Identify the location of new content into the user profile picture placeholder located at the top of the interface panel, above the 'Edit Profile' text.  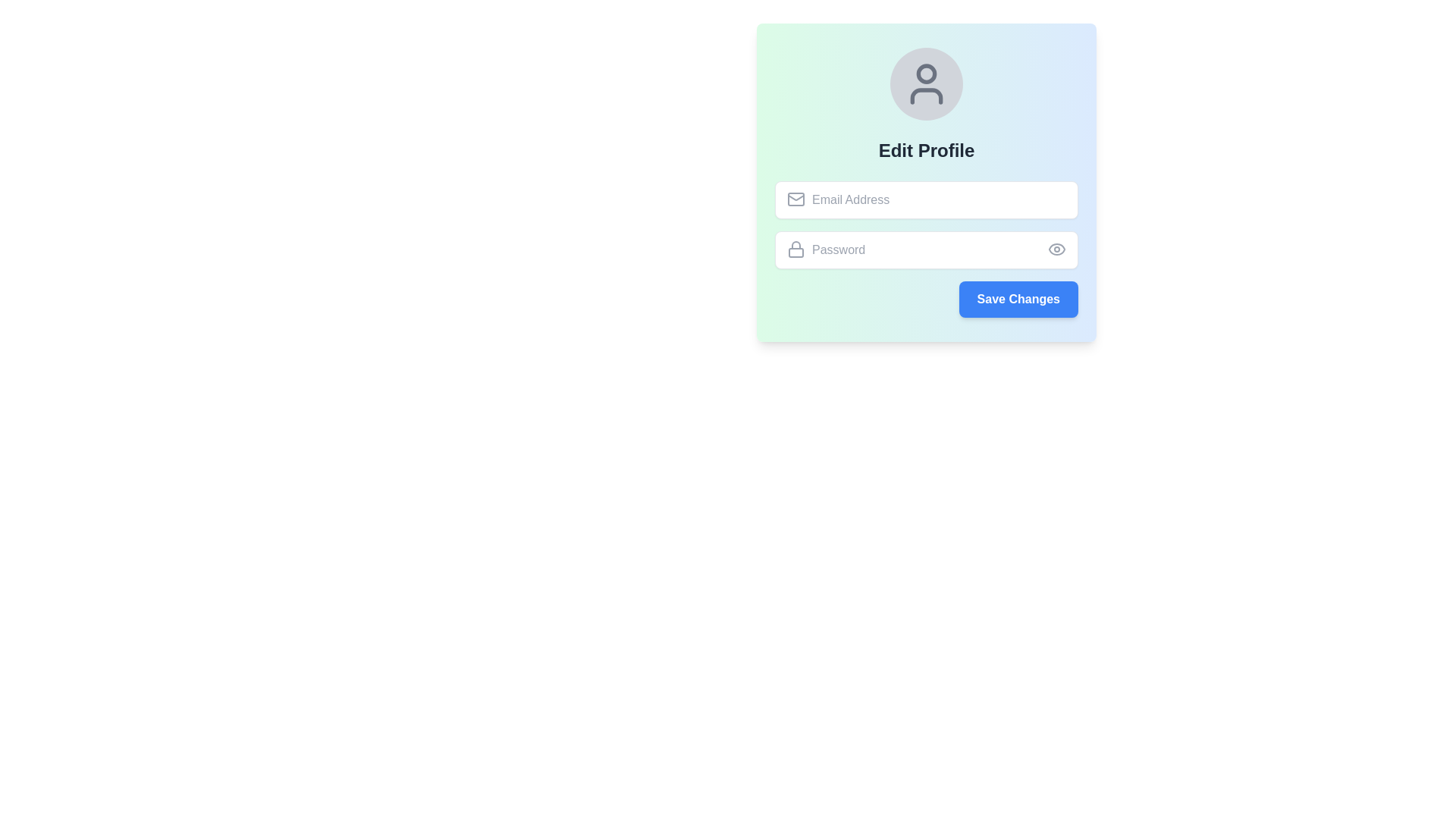
(926, 84).